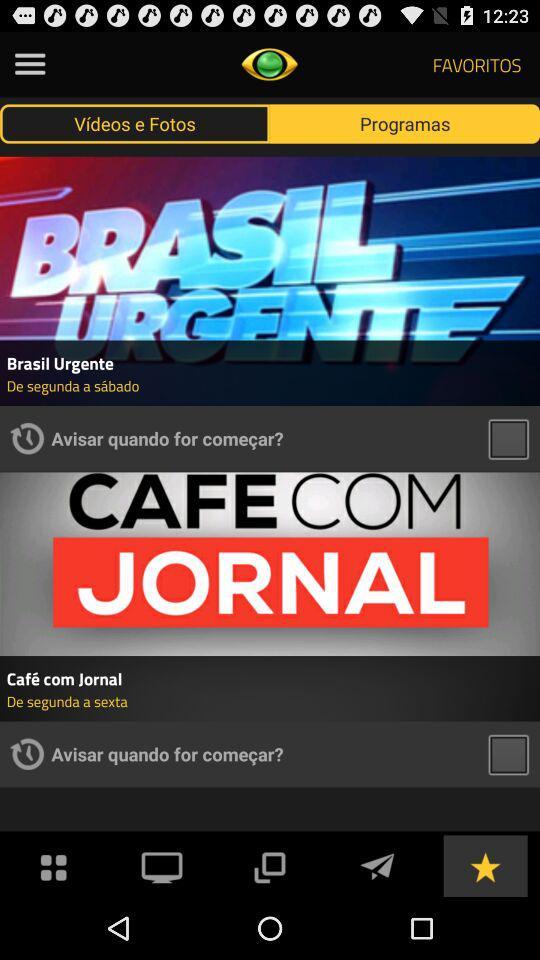 The width and height of the screenshot is (540, 960). I want to click on menu, so click(54, 864).